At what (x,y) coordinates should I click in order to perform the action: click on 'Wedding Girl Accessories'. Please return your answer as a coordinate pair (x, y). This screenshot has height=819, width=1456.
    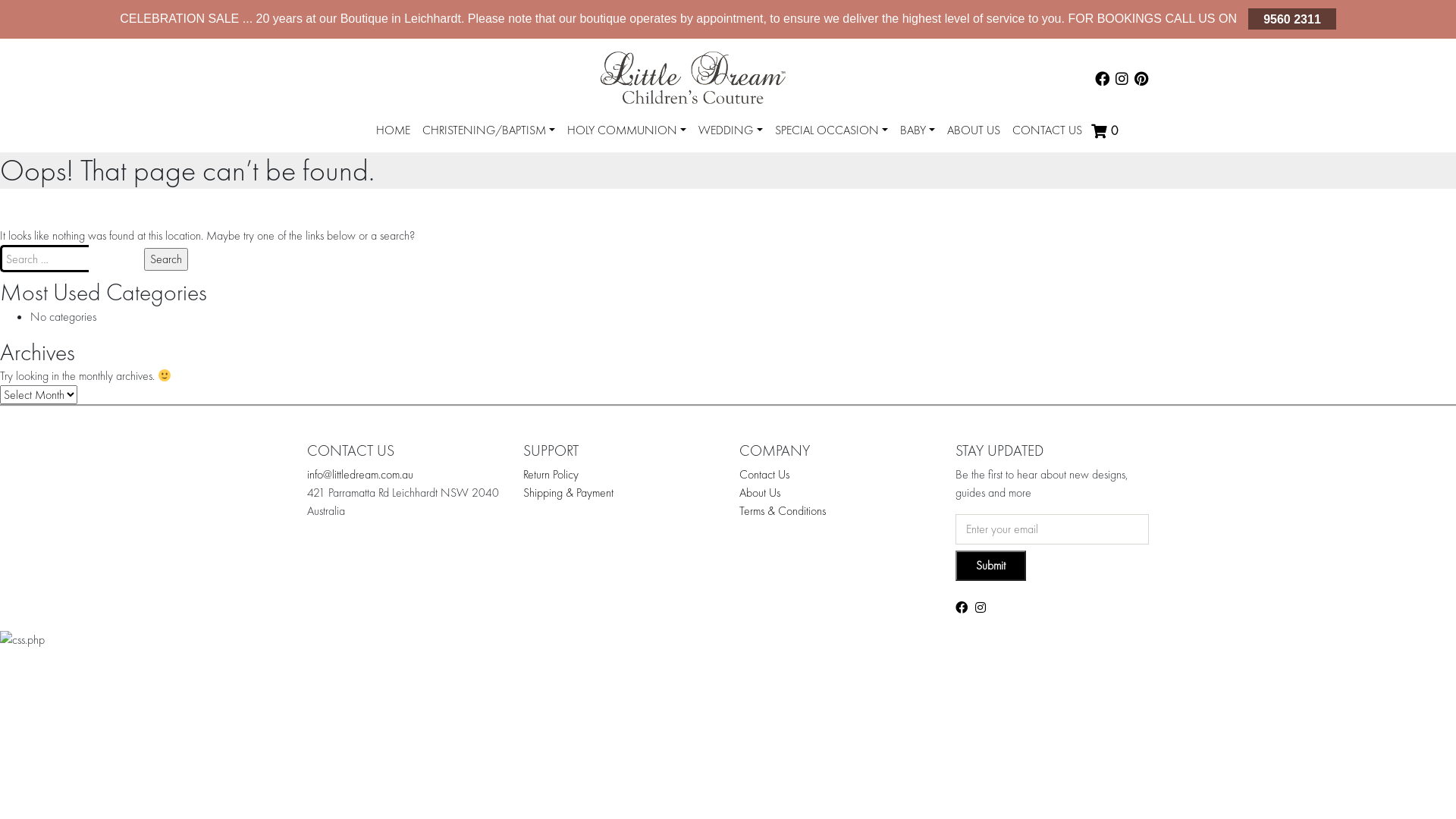
    Looking at the image, I should click on (716, 163).